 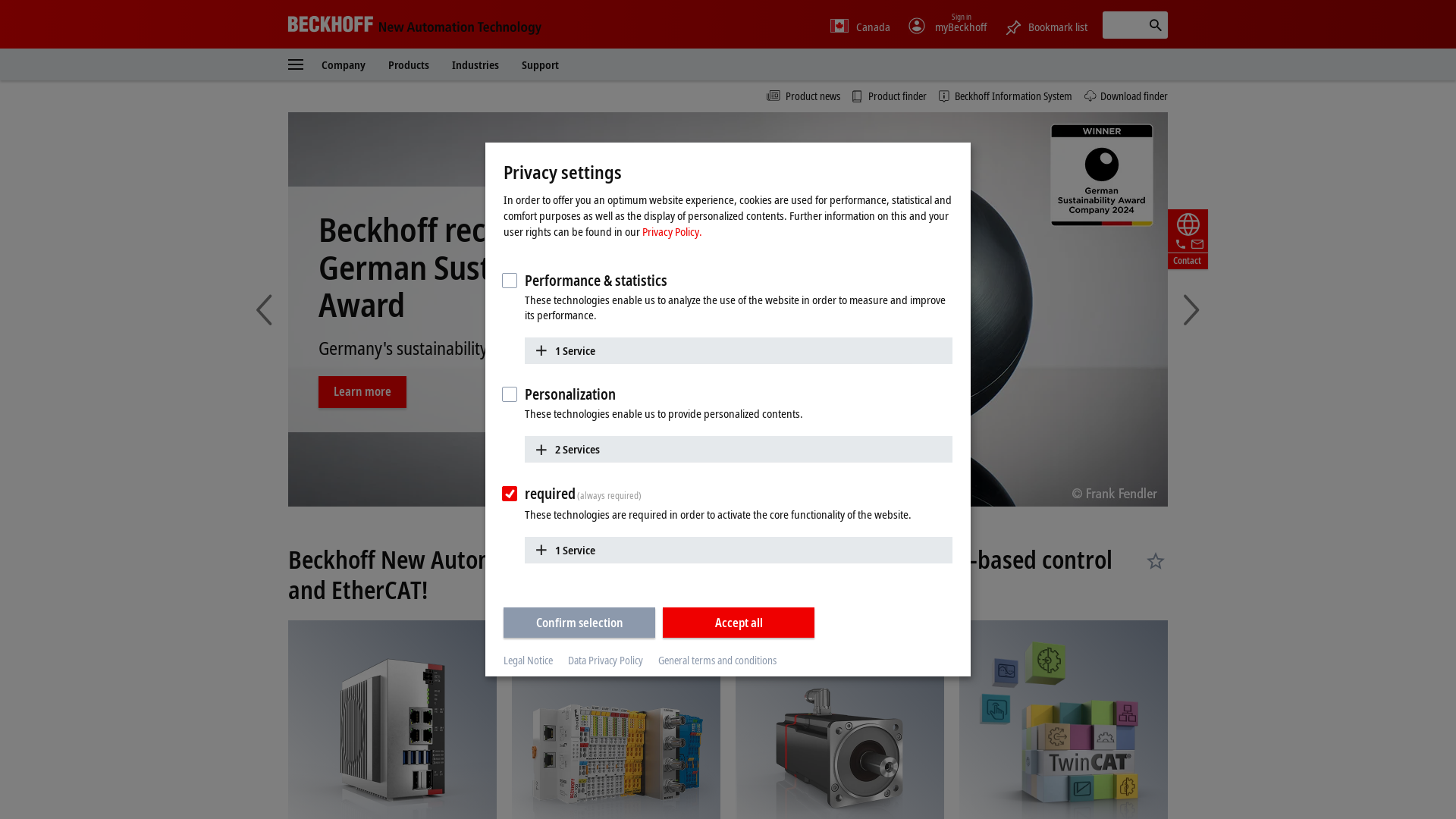 What do you see at coordinates (1005, 96) in the screenshot?
I see `'Beckhoff Information System'` at bounding box center [1005, 96].